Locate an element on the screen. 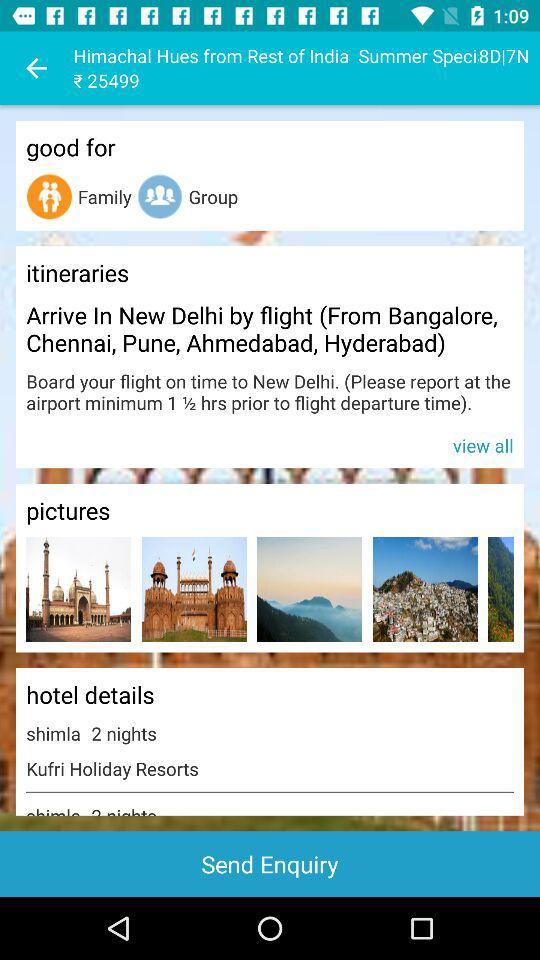 The image size is (540, 960). next image is located at coordinates (500, 589).